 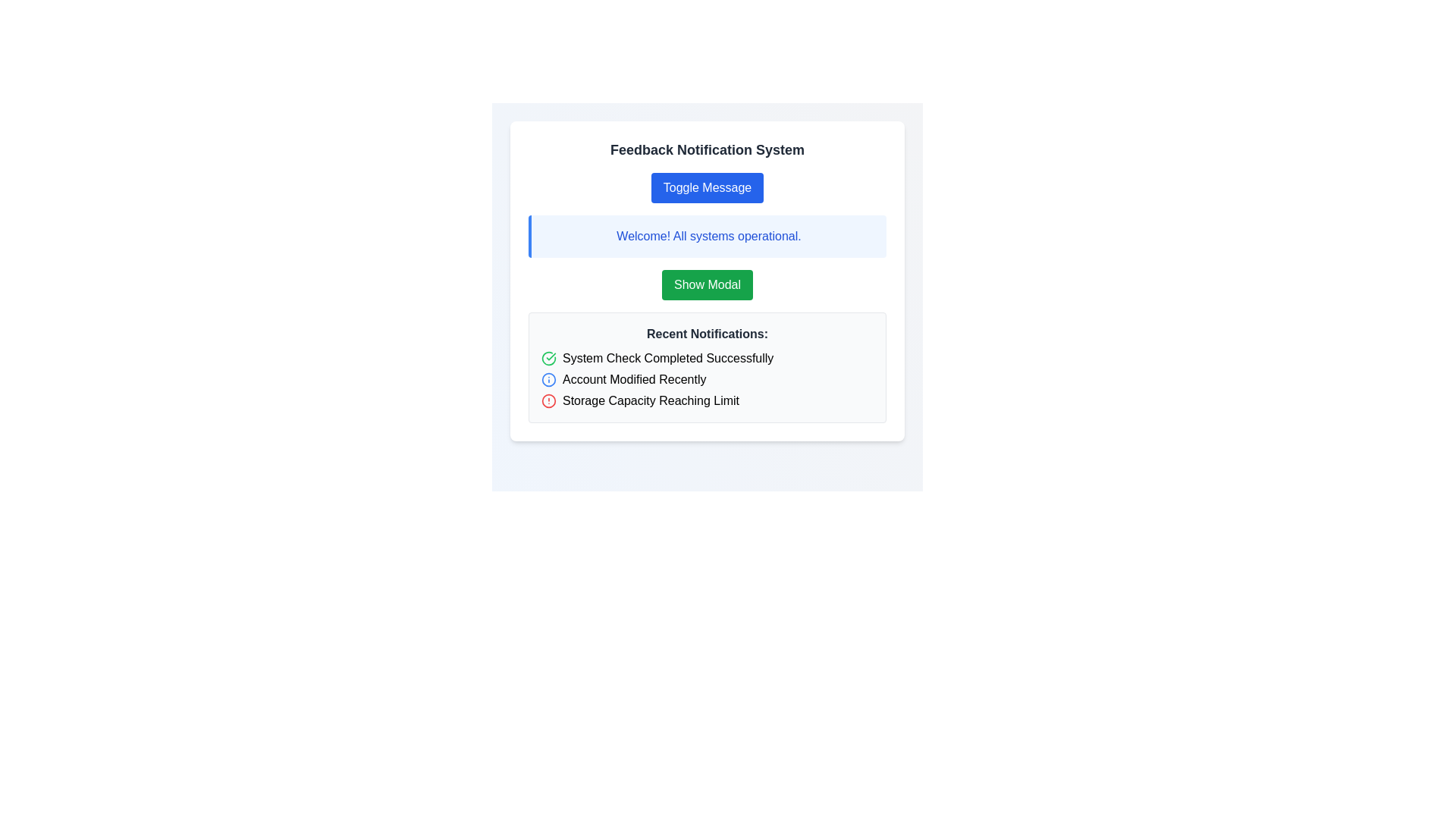 What do you see at coordinates (706, 359) in the screenshot?
I see `the notification indicating 'System Check Completed Successfully' by clicking on the green check icon in the notification list` at bounding box center [706, 359].